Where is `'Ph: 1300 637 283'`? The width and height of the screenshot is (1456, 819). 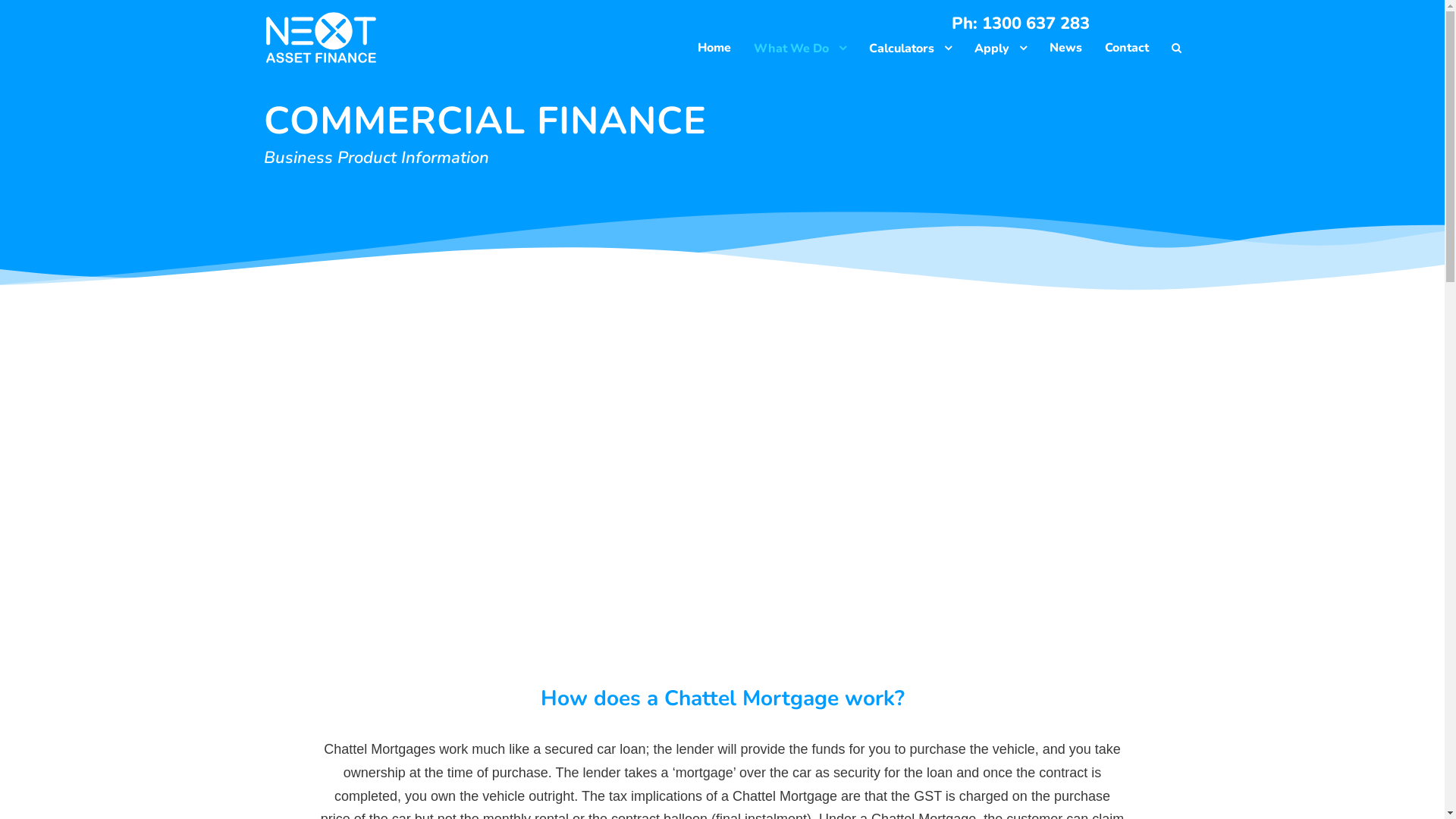
'Ph: 1300 637 283' is located at coordinates (1019, 24).